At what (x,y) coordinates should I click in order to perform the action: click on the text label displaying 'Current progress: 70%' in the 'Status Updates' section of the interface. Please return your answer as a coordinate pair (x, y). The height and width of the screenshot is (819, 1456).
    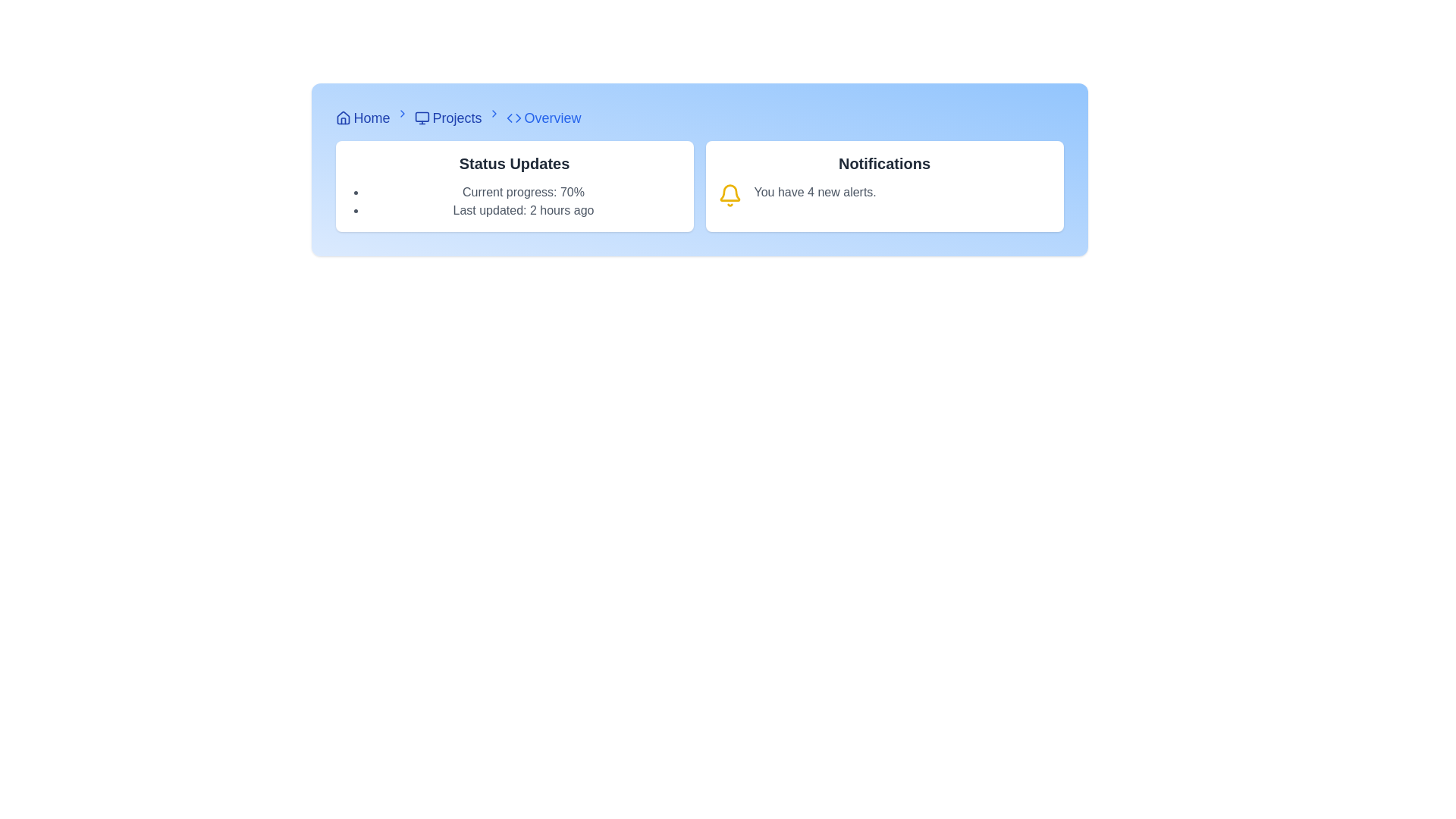
    Looking at the image, I should click on (523, 192).